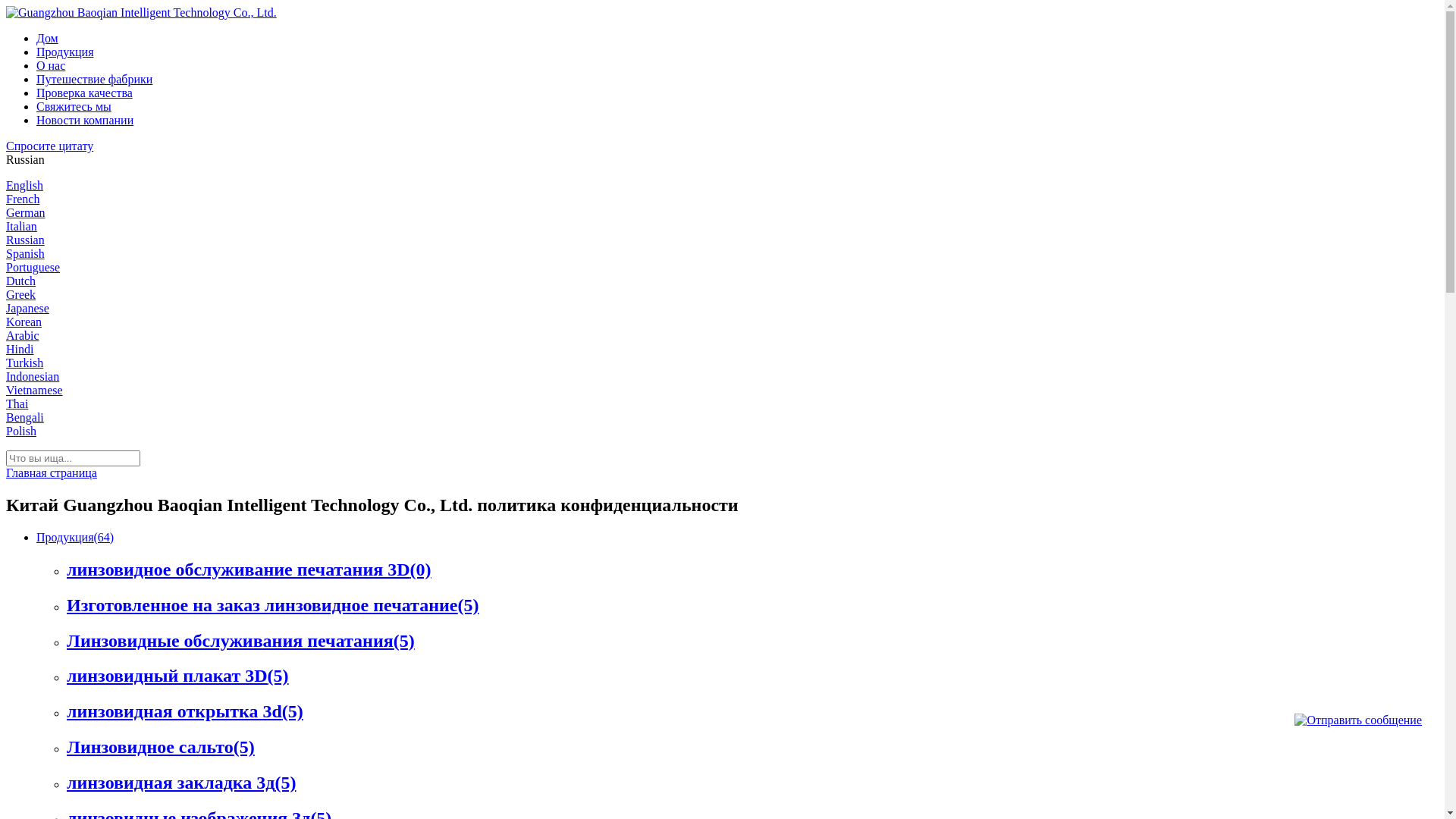 Image resolution: width=1456 pixels, height=819 pixels. Describe the element at coordinates (22, 198) in the screenshot. I see `'French'` at that location.